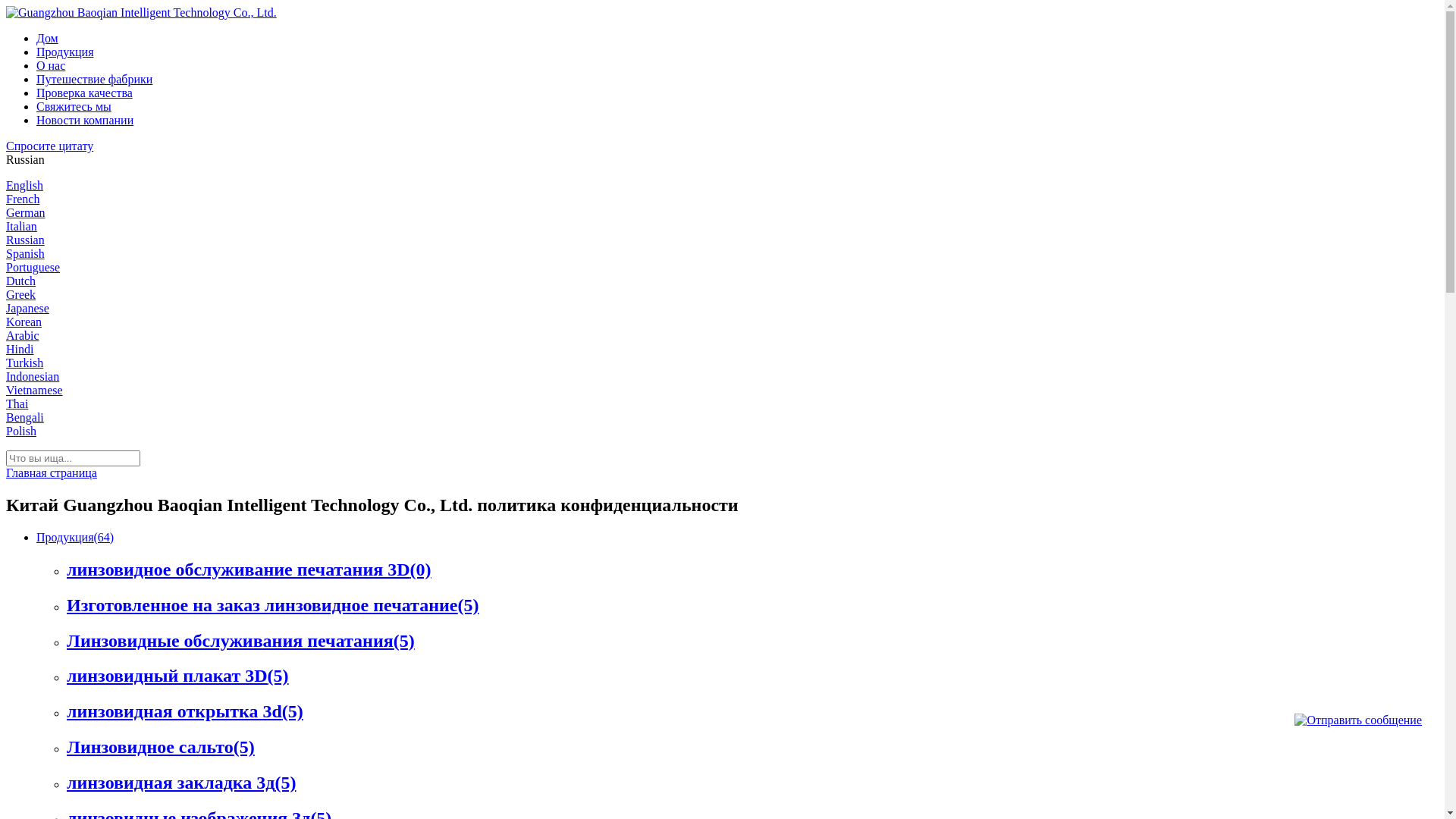 Image resolution: width=1456 pixels, height=819 pixels. Describe the element at coordinates (22, 198) in the screenshot. I see `'French'` at that location.